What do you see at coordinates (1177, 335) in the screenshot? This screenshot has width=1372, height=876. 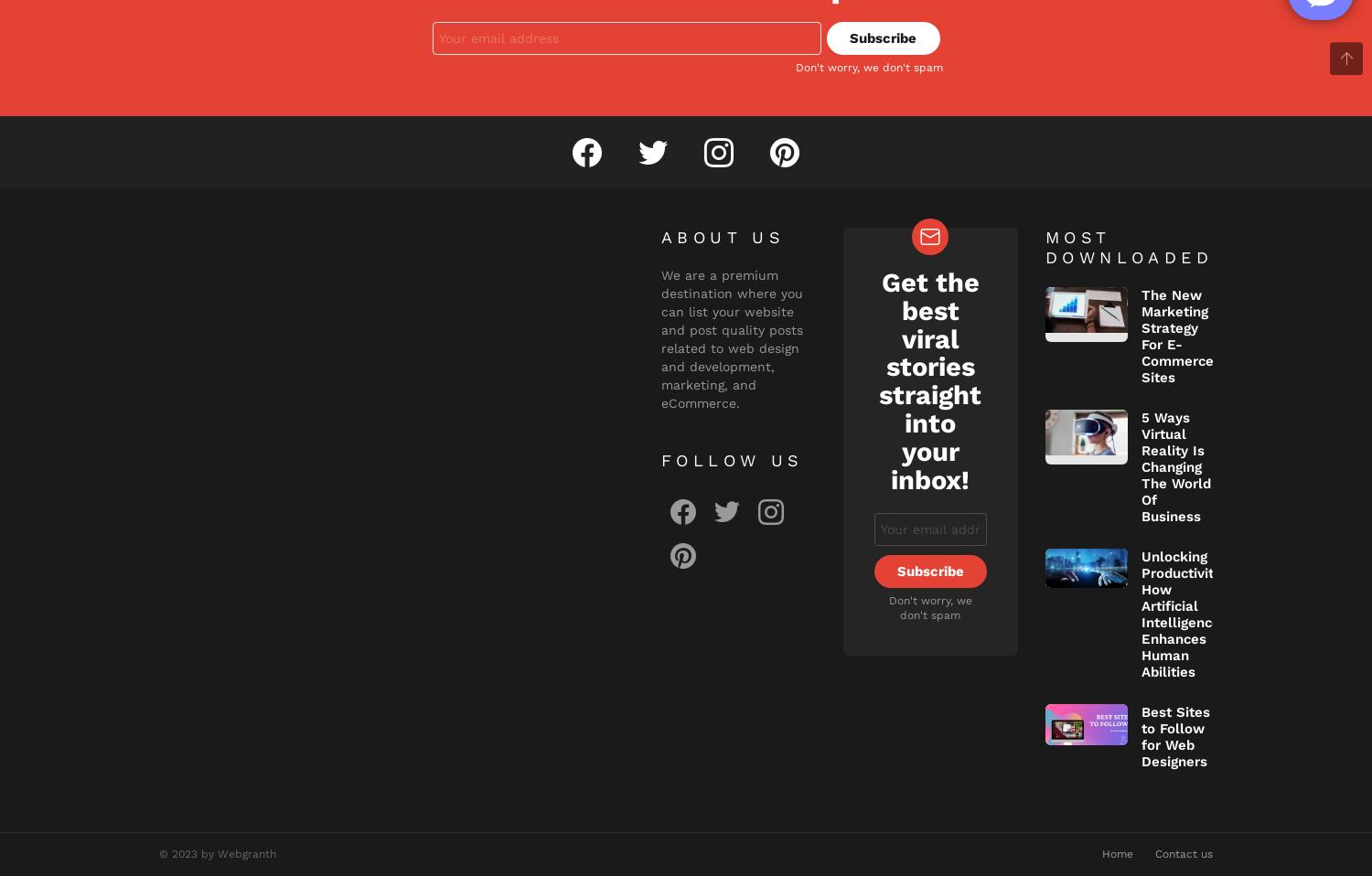 I see `'The New Marketing Strategy For E-Commerce Sites'` at bounding box center [1177, 335].